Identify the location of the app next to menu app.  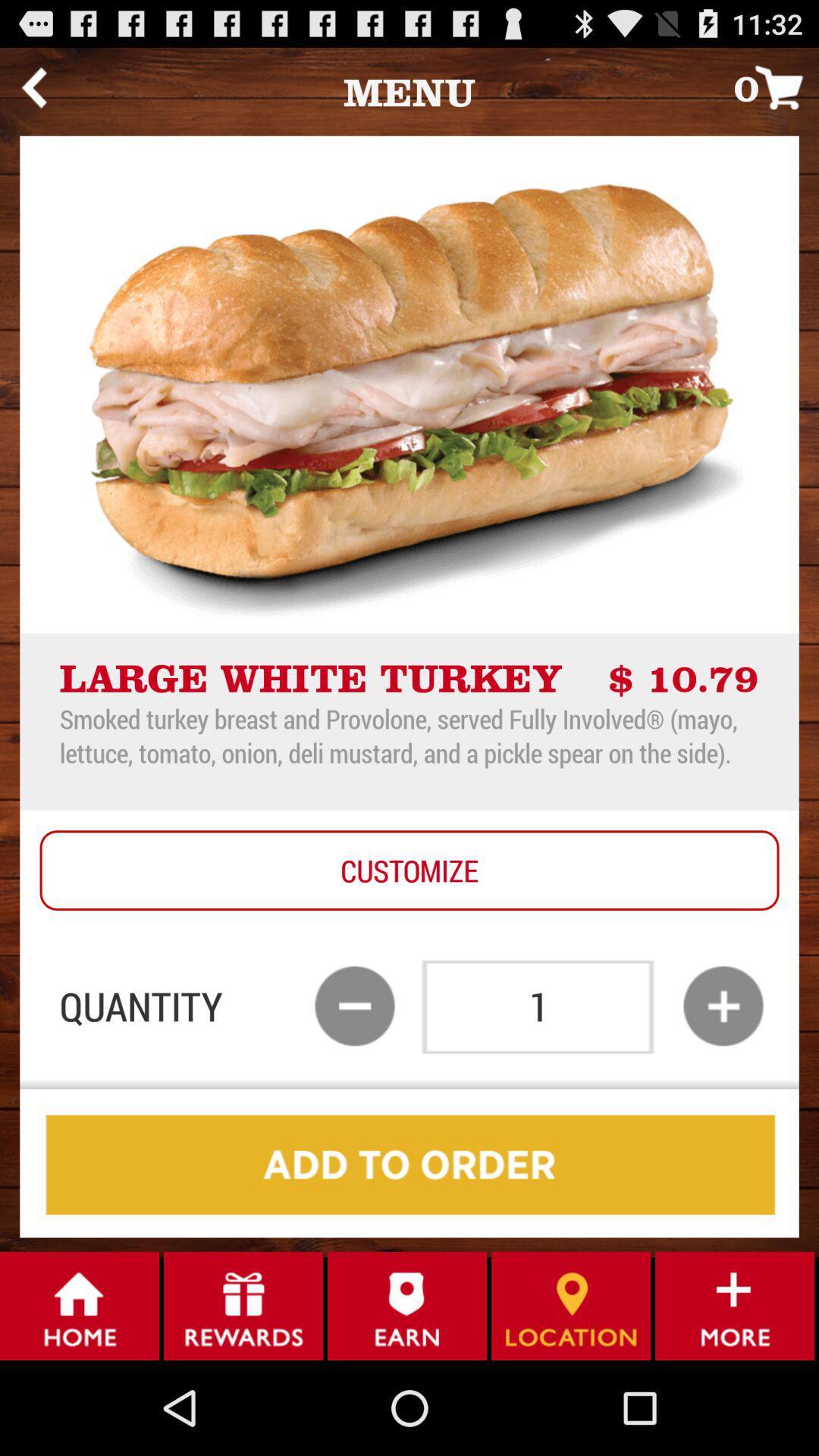
(776, 86).